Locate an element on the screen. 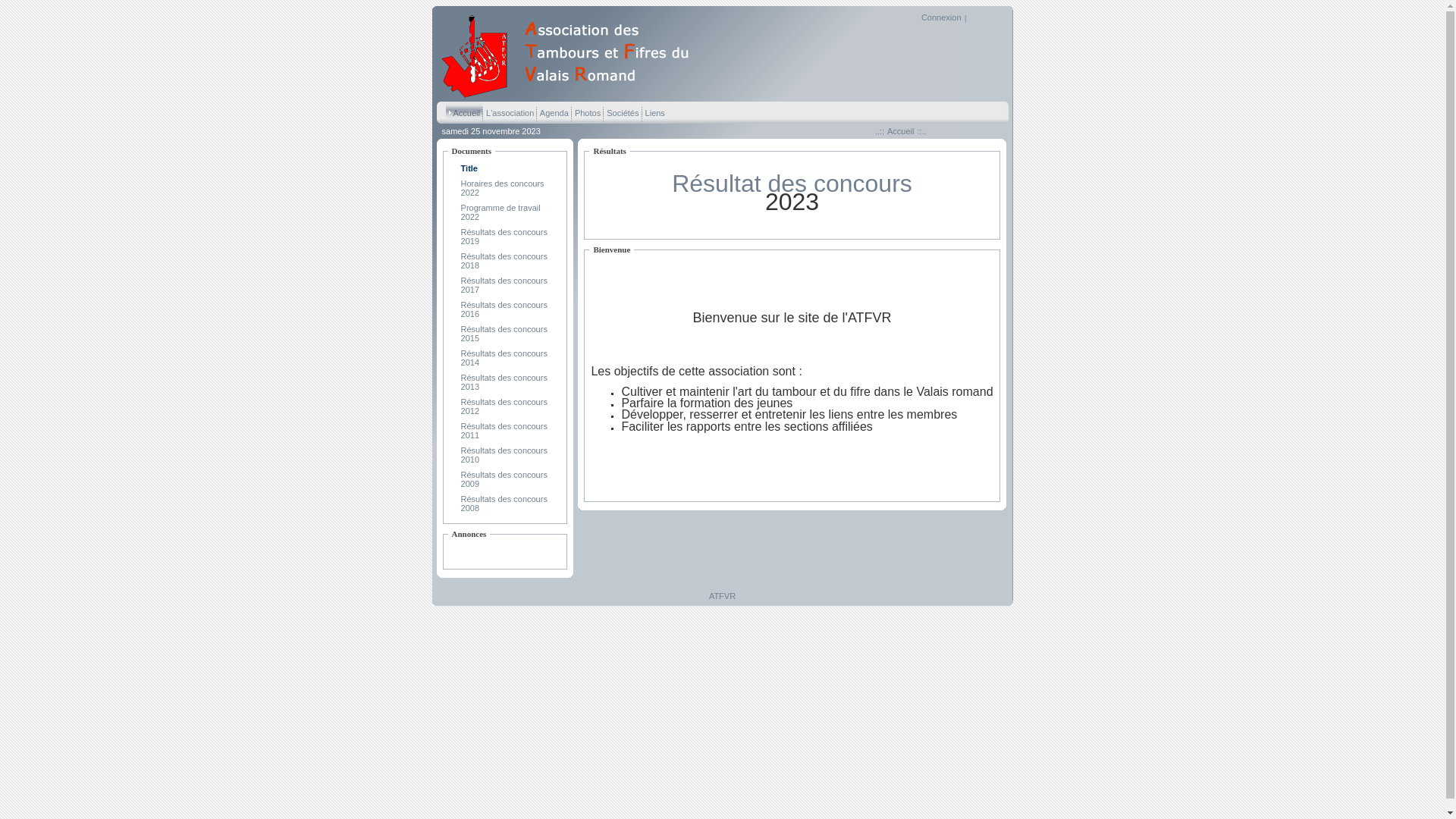  'Horaires des concours 2022' is located at coordinates (502, 187).